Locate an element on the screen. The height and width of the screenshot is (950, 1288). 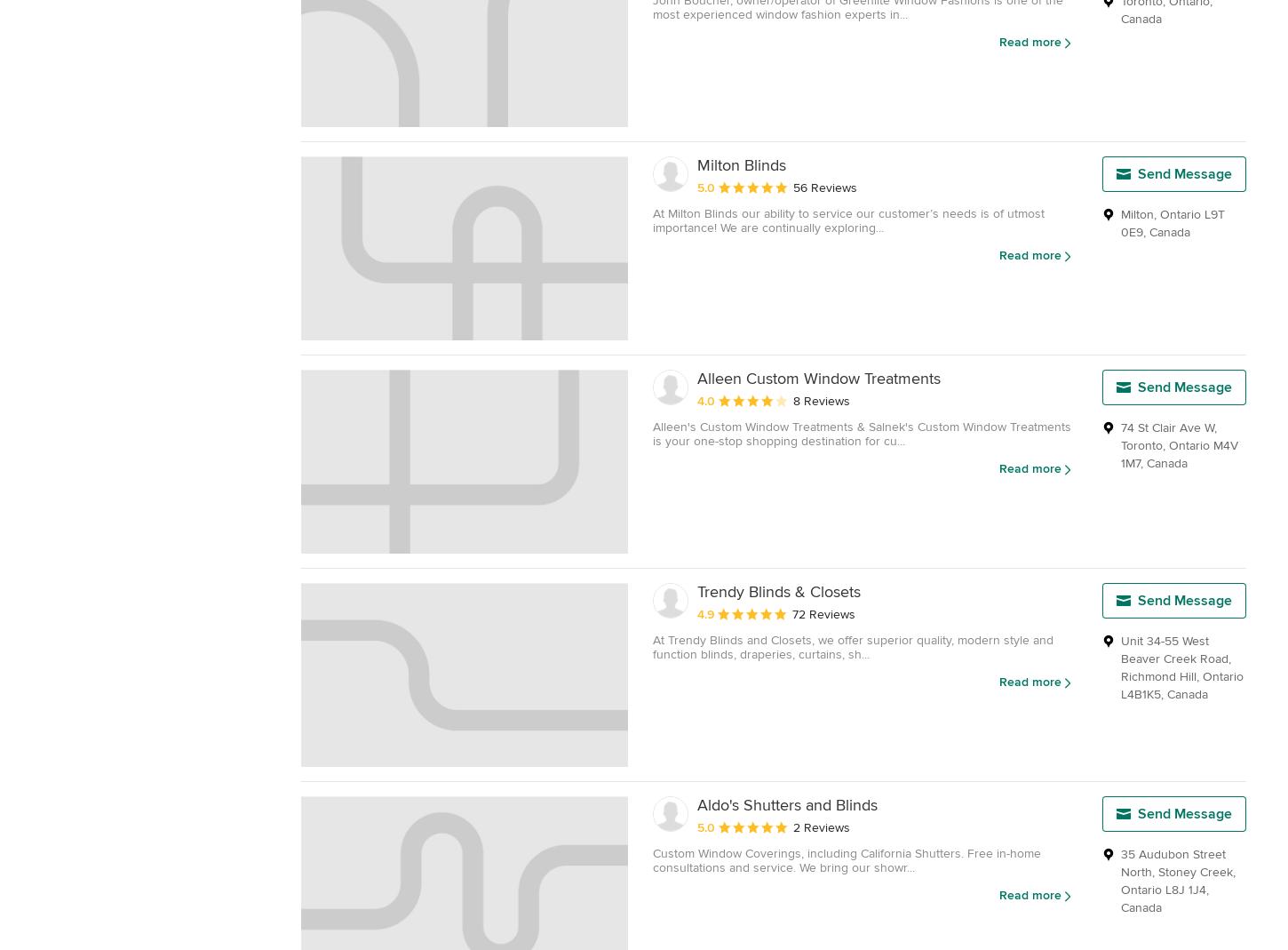
'56 Reviews' is located at coordinates (824, 187).